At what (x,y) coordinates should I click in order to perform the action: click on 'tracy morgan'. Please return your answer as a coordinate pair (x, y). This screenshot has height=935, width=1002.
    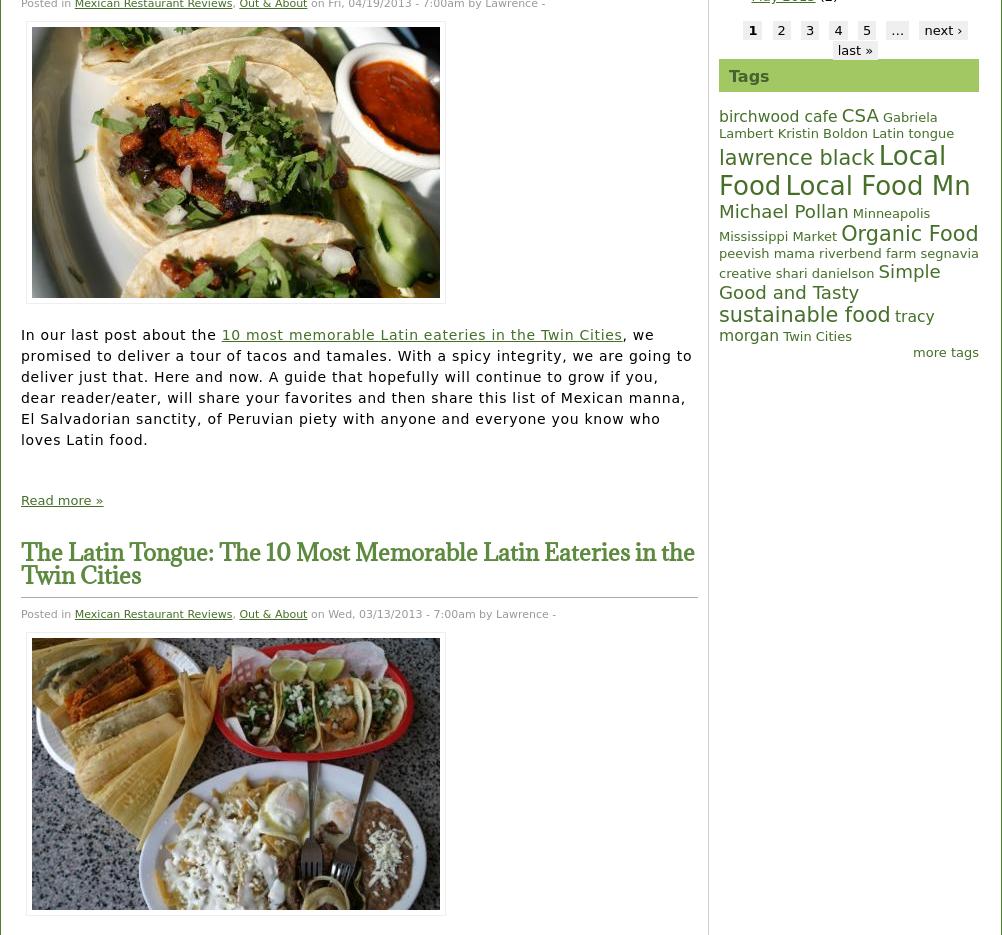
    Looking at the image, I should click on (825, 326).